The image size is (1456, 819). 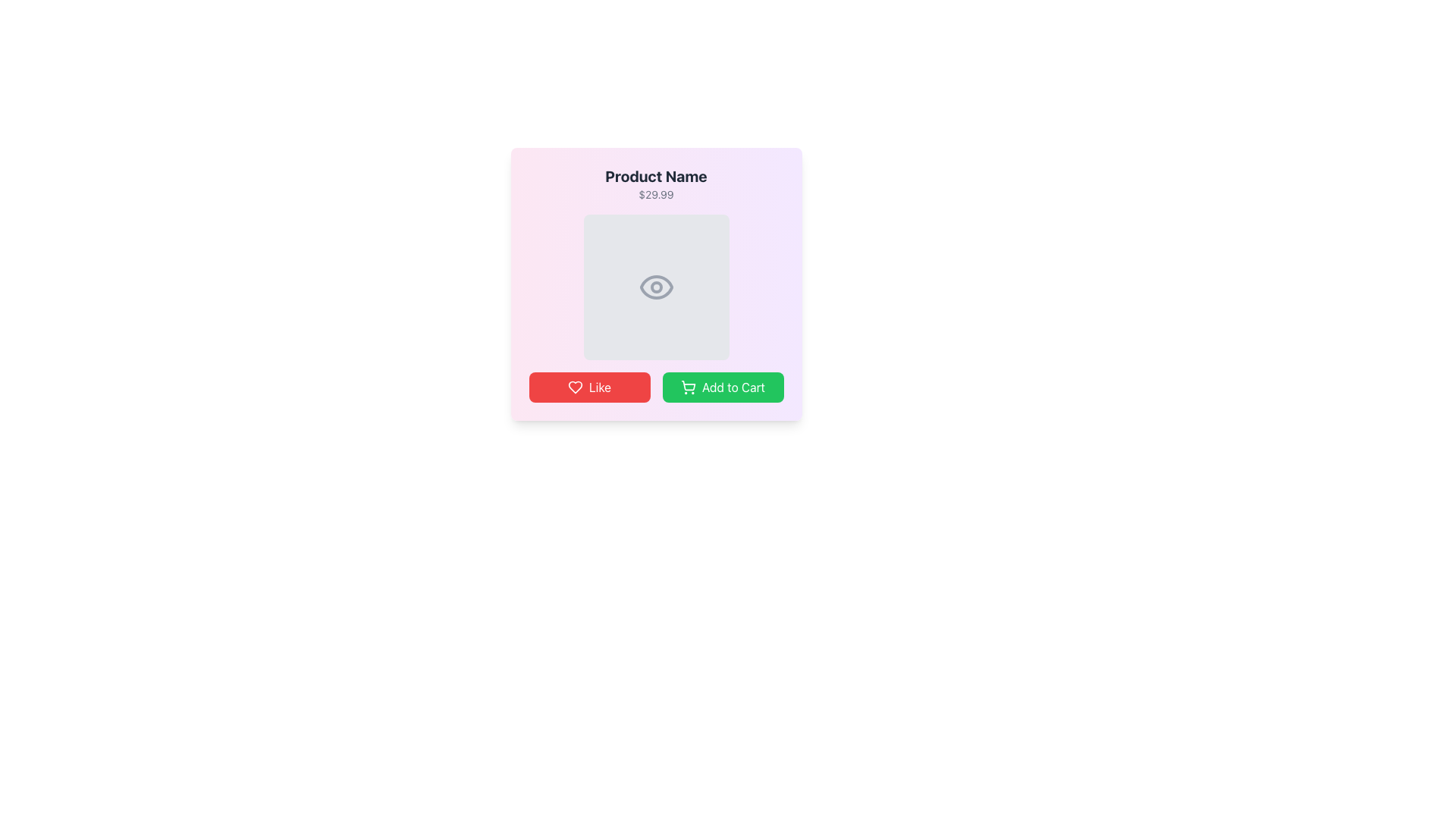 I want to click on the eye-shaped icon that represents visibility, so click(x=656, y=287).